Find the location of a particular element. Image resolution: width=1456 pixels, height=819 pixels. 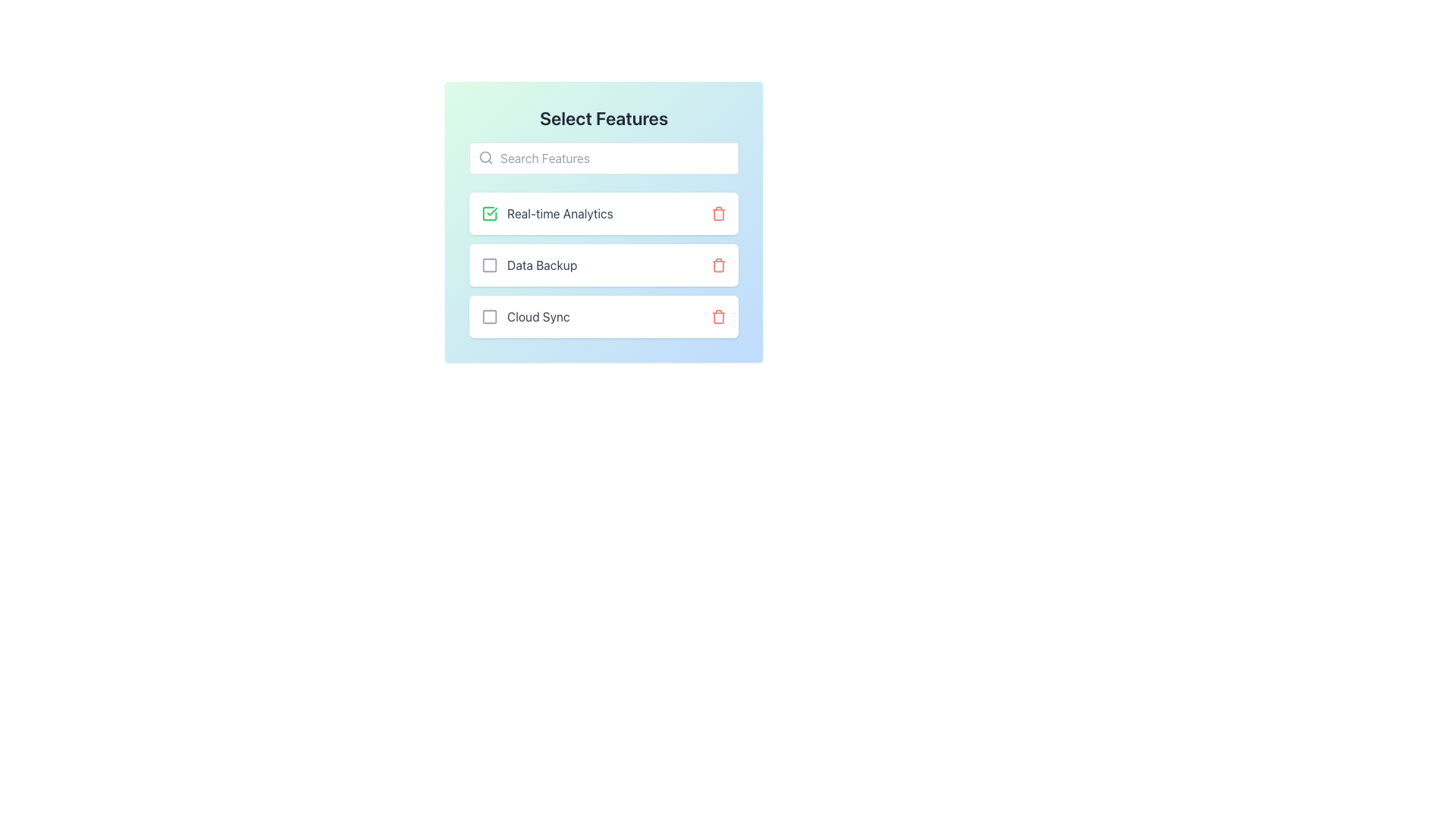

the checkbox of the third list item under the 'Select Features' section is located at coordinates (603, 315).